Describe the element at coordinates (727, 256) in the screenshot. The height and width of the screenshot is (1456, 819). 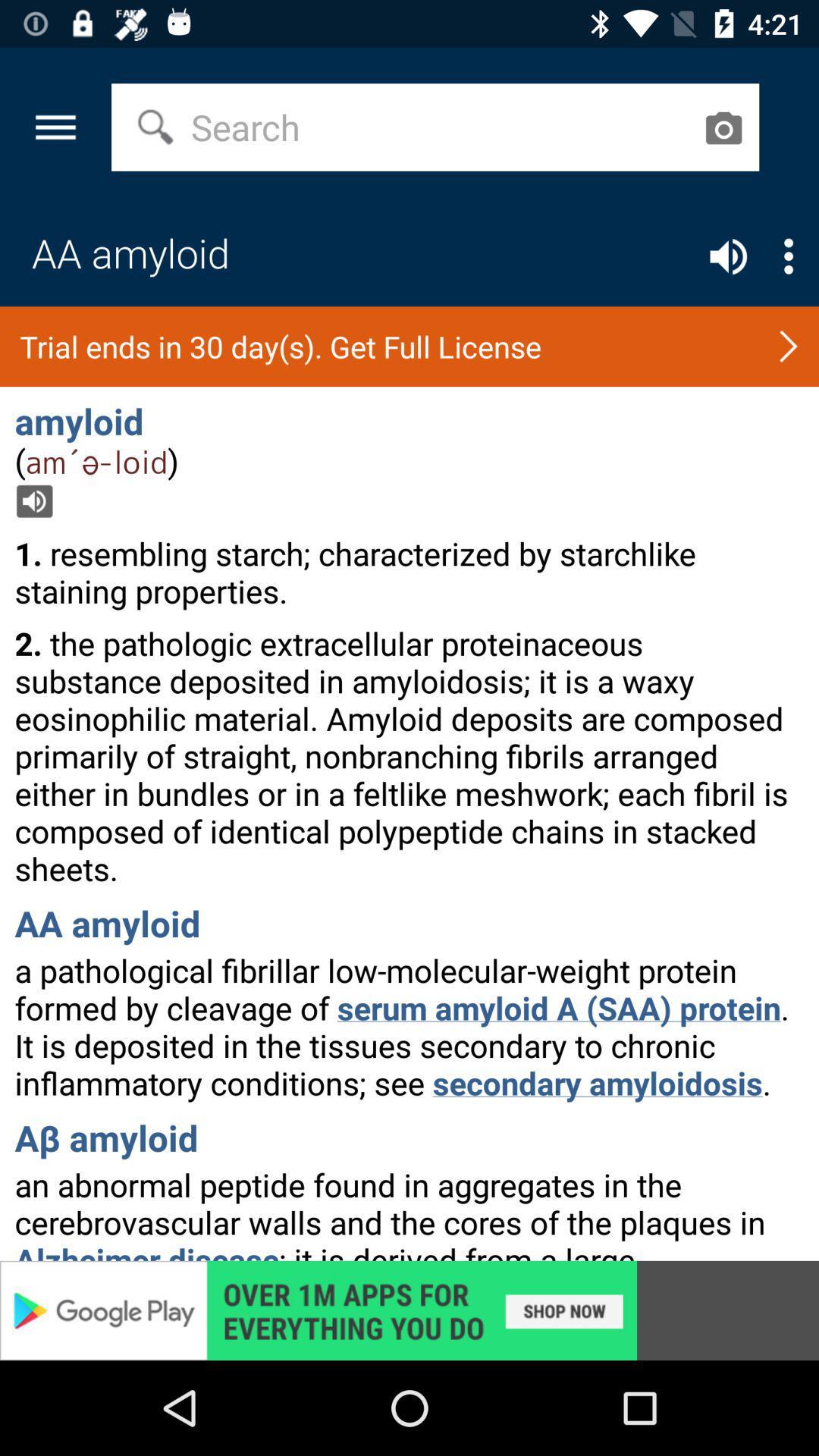
I see `sound control` at that location.